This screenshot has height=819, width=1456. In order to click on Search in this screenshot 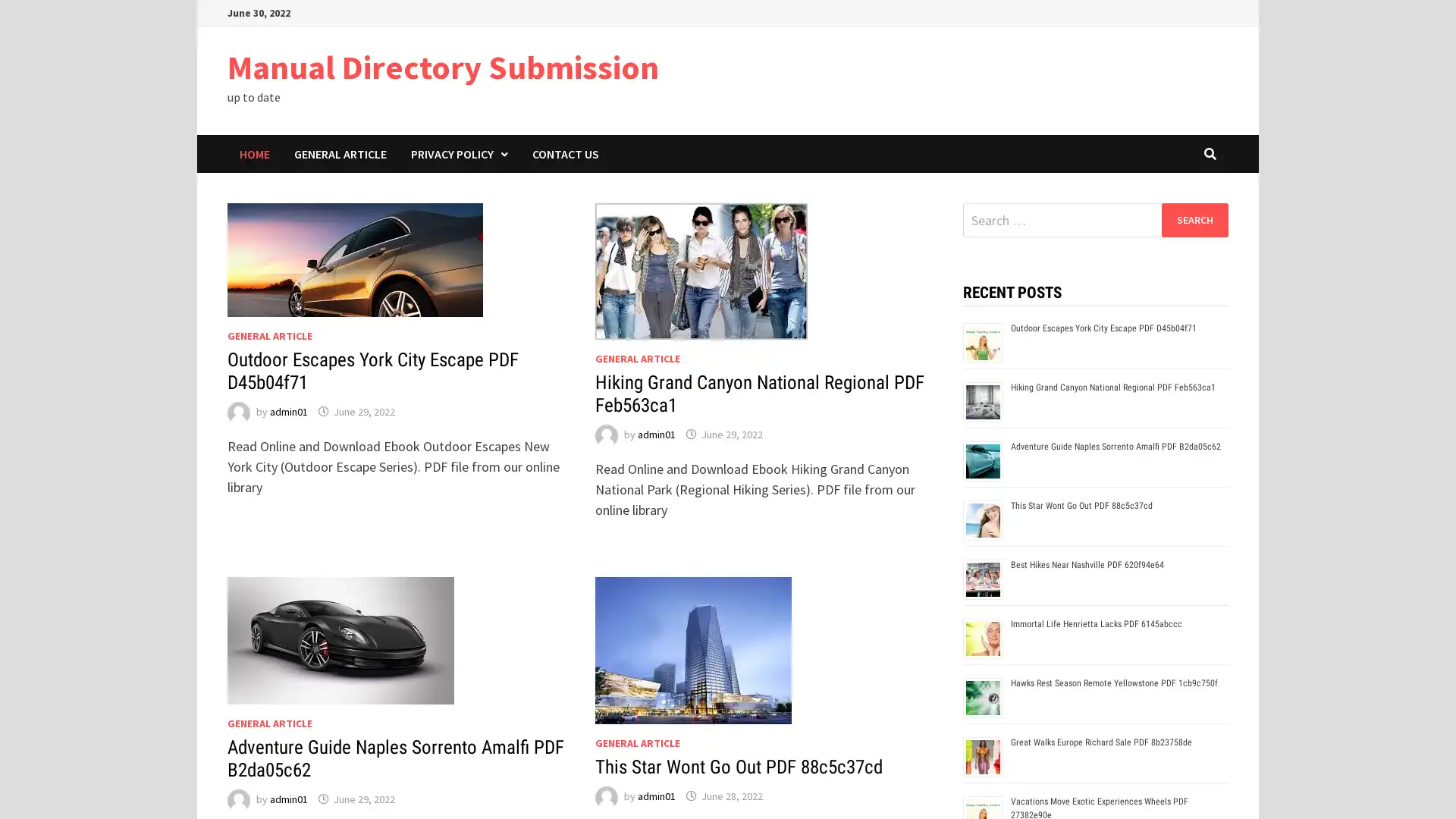, I will do `click(1194, 219)`.